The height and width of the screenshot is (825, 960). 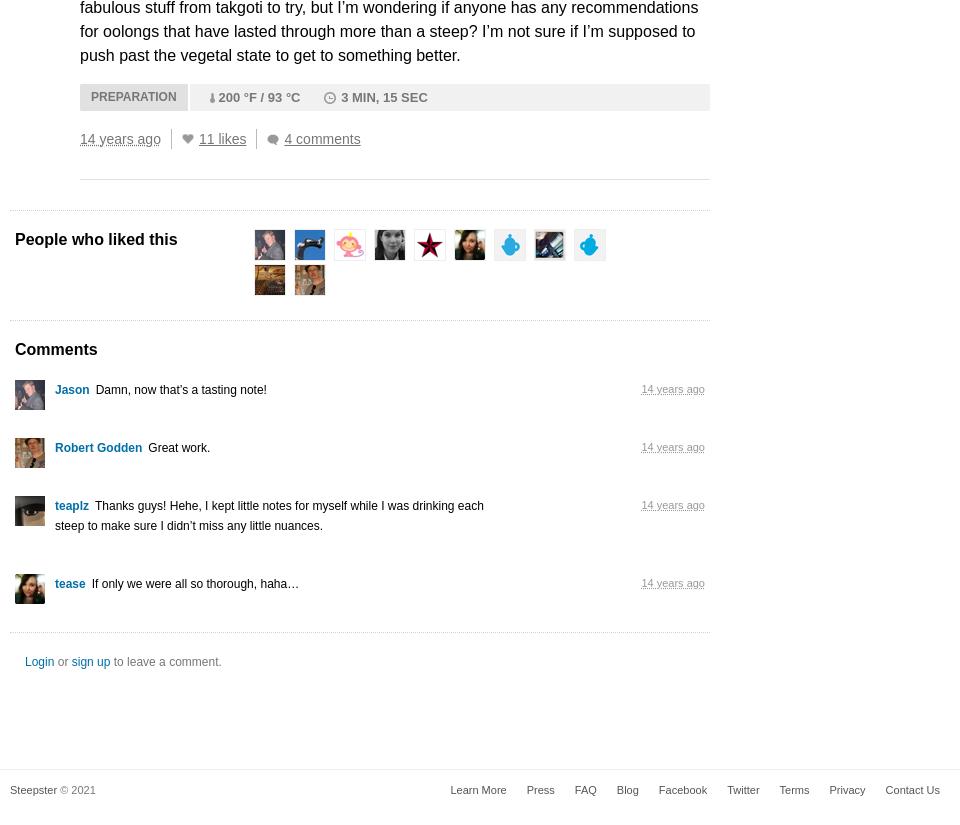 What do you see at coordinates (72, 388) in the screenshot?
I see `'Jason'` at bounding box center [72, 388].